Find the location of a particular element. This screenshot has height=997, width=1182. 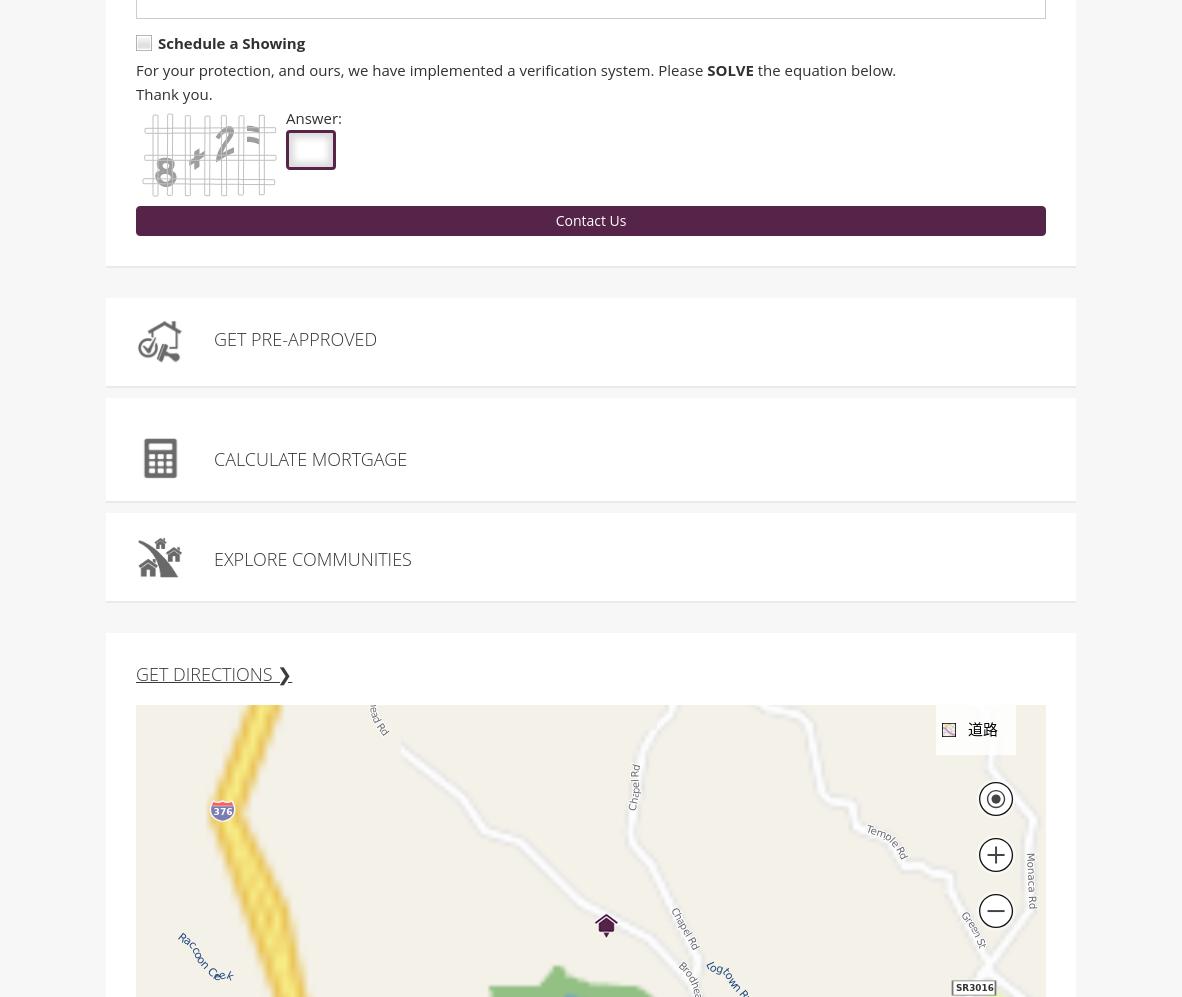

'For your protection, and ours, we have implemented a verification system.
                            Please' is located at coordinates (136, 71).